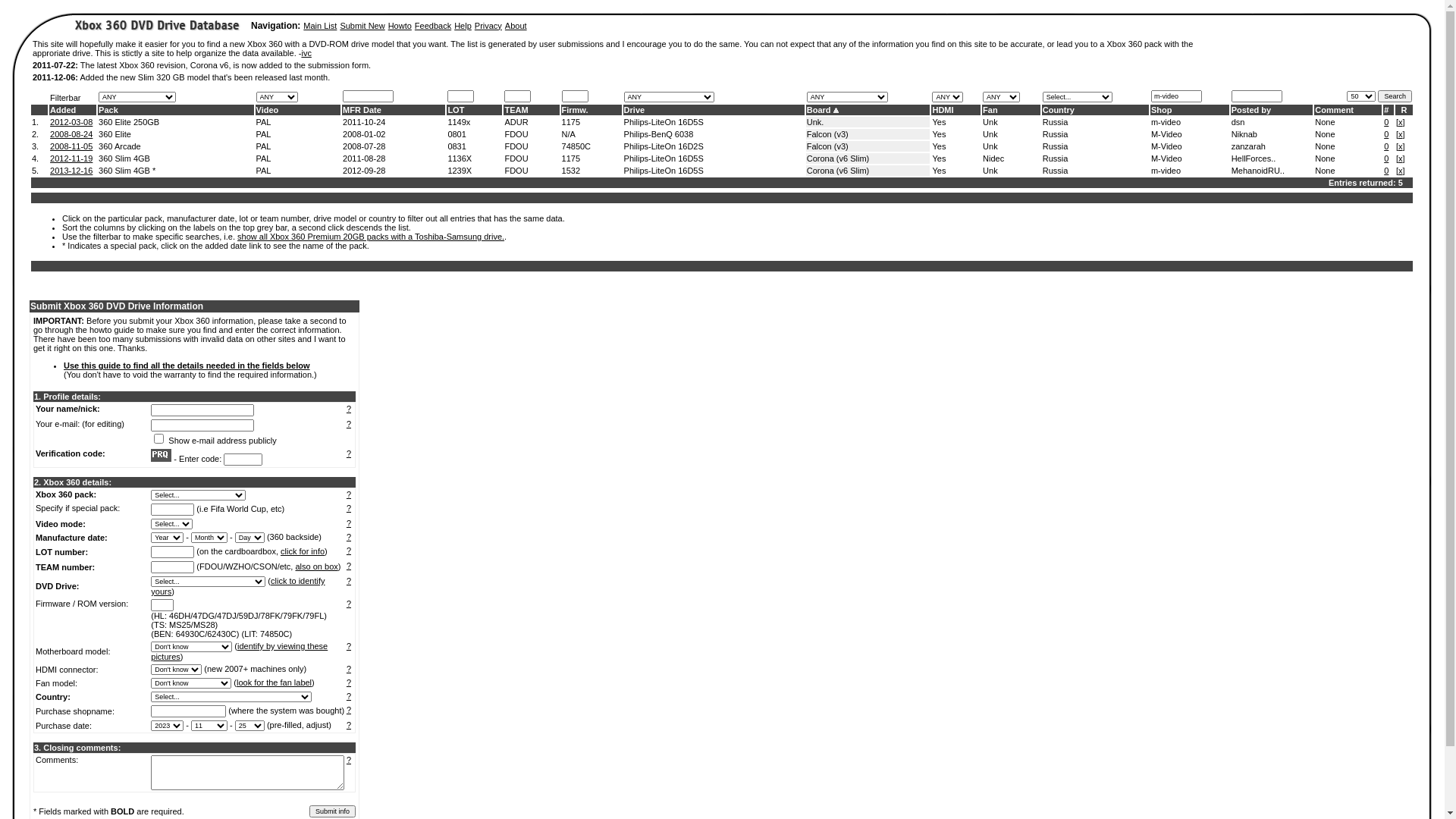  What do you see at coordinates (341, 158) in the screenshot?
I see `'2011-08-28'` at bounding box center [341, 158].